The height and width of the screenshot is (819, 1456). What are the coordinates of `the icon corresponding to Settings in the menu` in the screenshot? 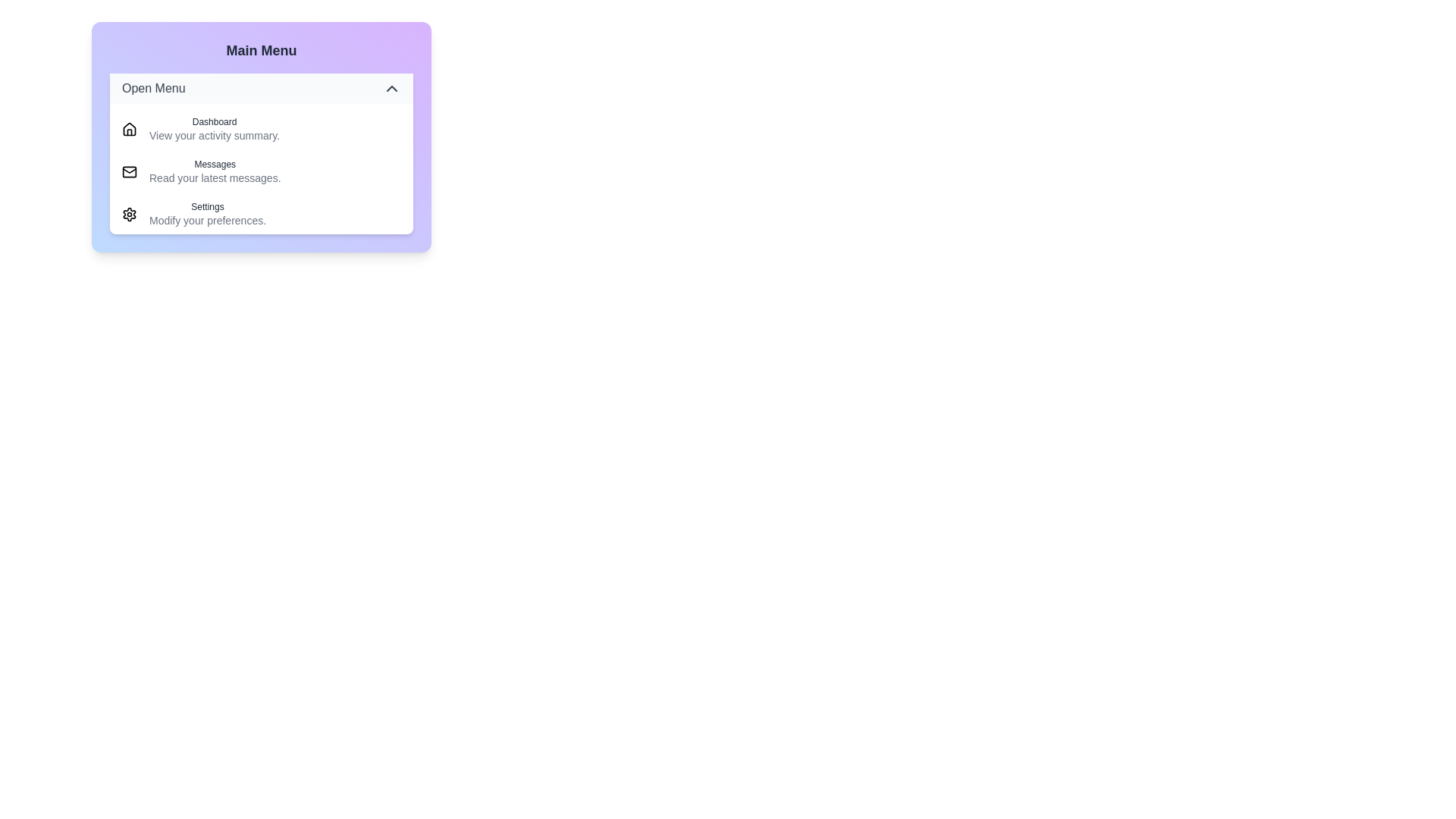 It's located at (130, 214).